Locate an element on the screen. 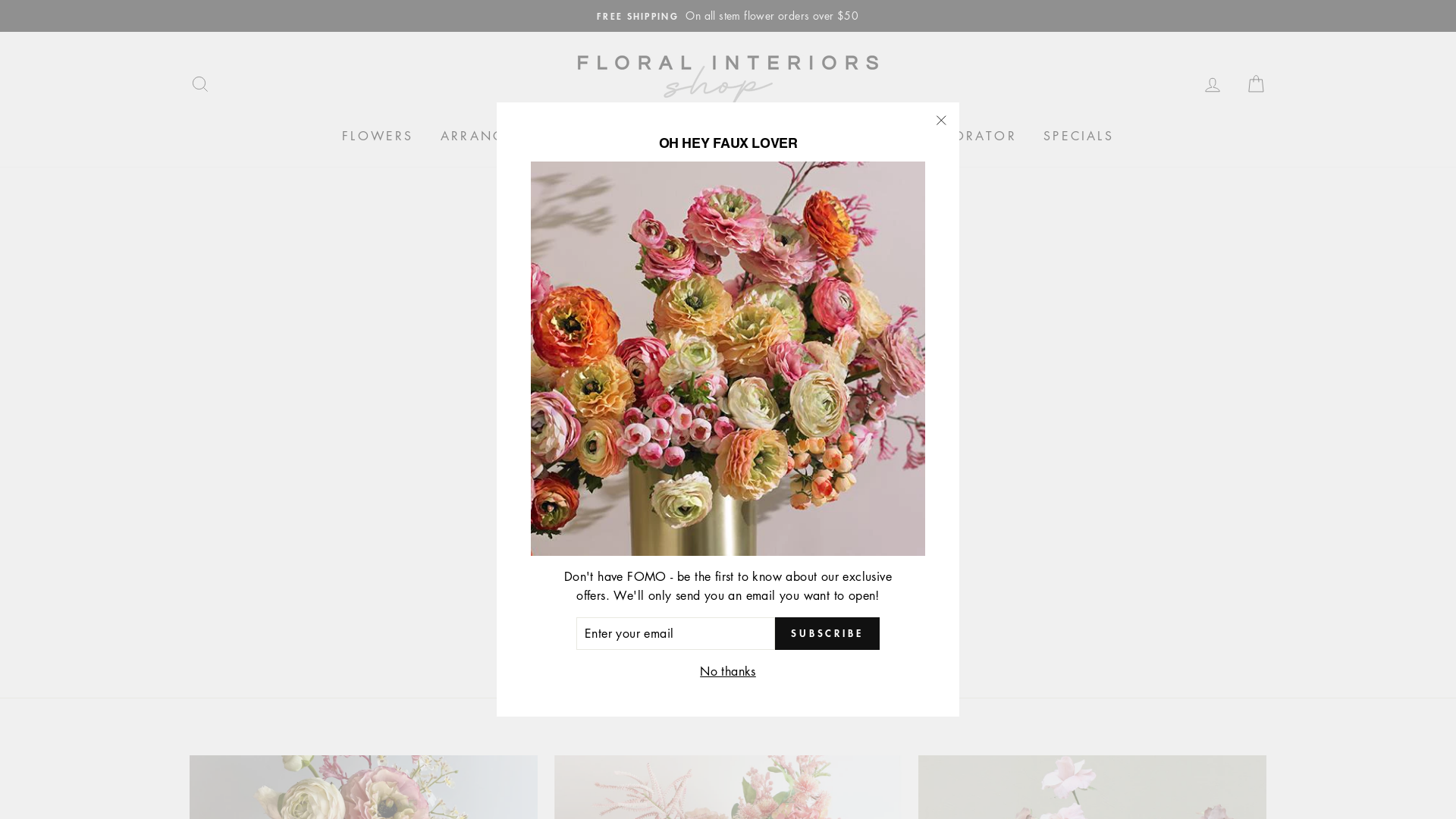  'FLOWERS' is located at coordinates (378, 136).